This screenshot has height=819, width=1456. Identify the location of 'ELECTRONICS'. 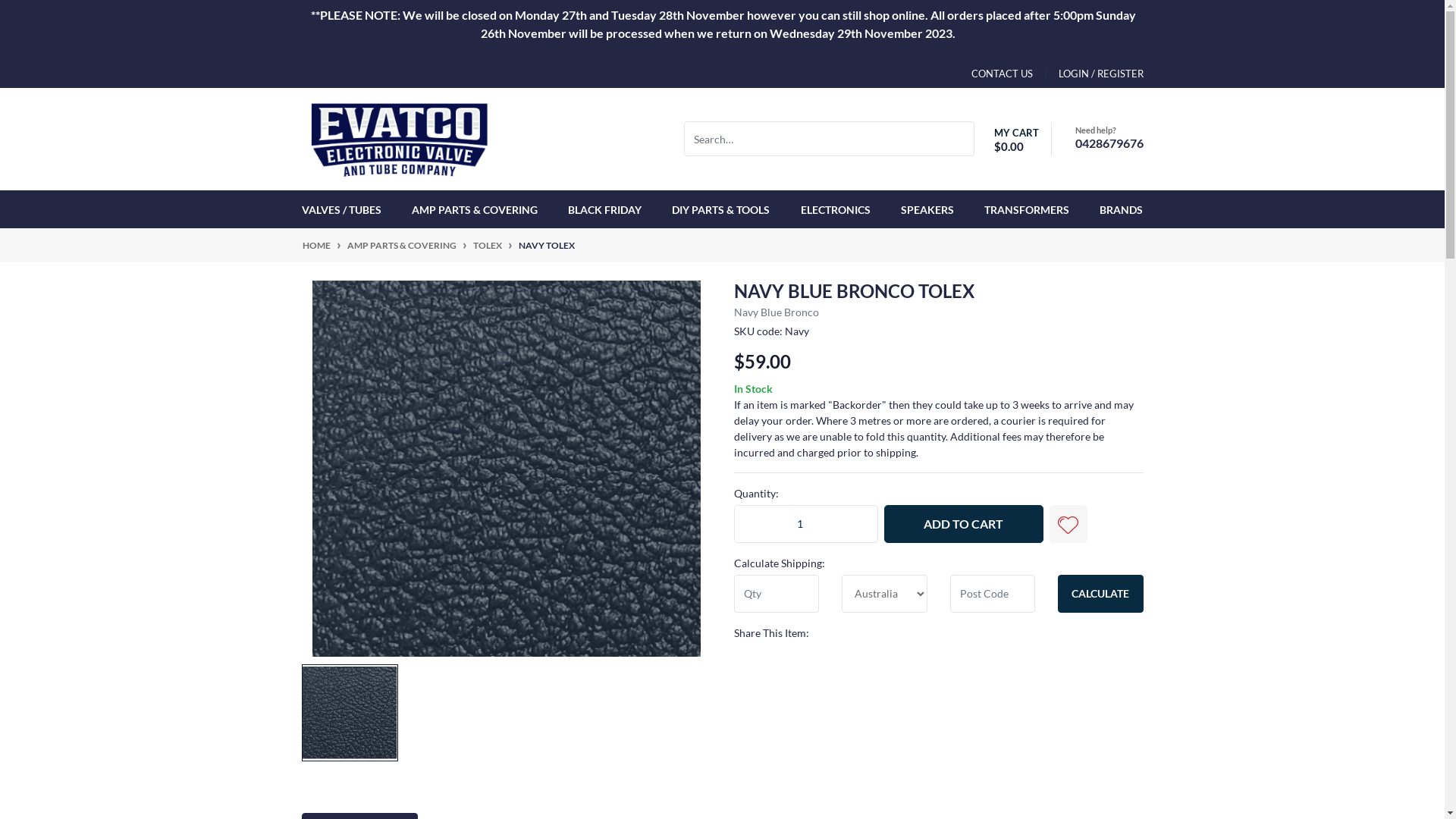
(835, 209).